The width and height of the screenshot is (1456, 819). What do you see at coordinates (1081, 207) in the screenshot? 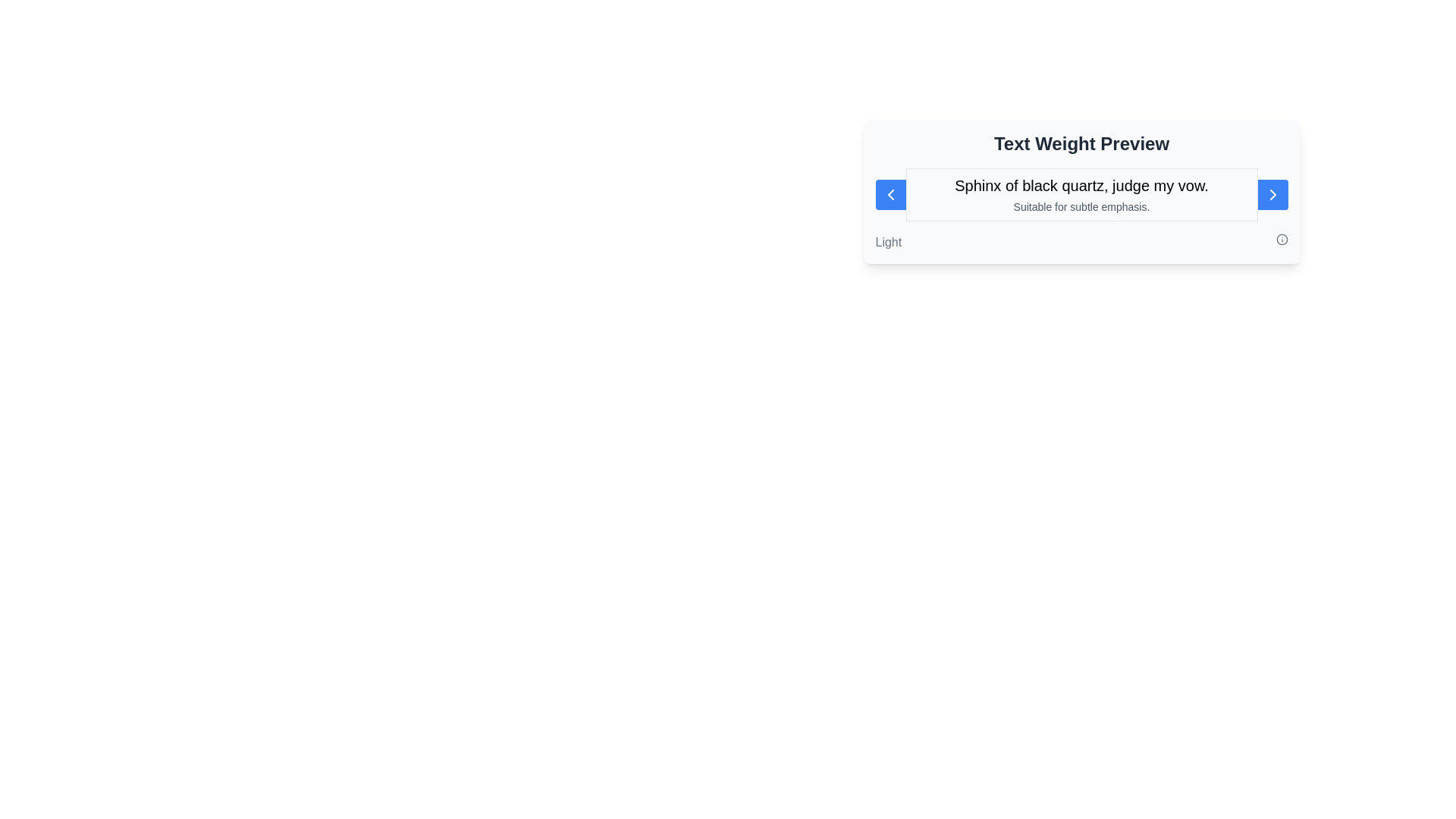
I see `text label displaying 'Suitable for subtle emphasis.' which is styled with a smaller gray font and positioned directly below the main text within the interface` at bounding box center [1081, 207].